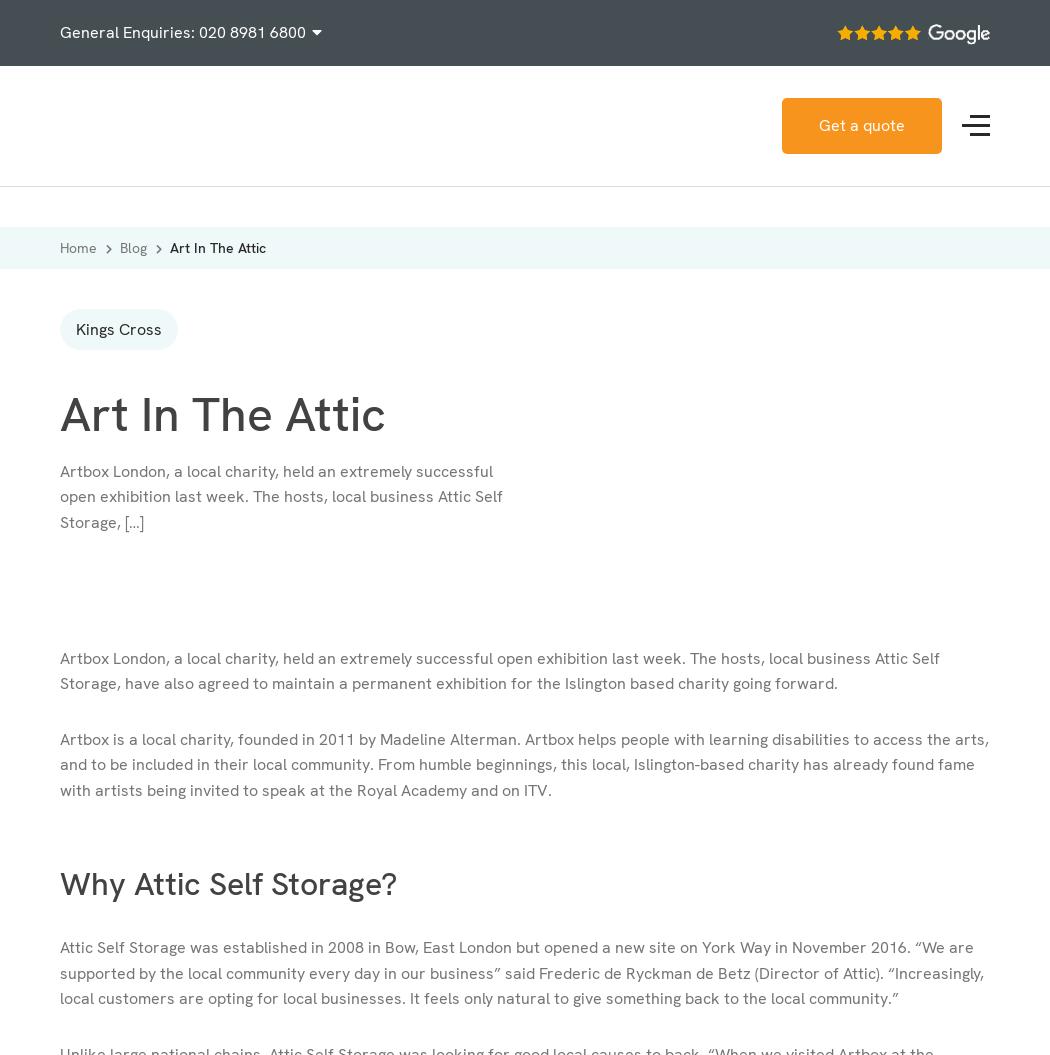 The height and width of the screenshot is (1055, 1050). I want to click on 'Artbox is a local charity, founded in 2011 by Madeline Alterman. Artbox helps people with learning disabilities to access the arts, and to be included in their local community. From humble beginnings, this local, Islington-based charity has already found fame with artists being invited to speak at the Royal Academy and on ITV.', so click(523, 763).